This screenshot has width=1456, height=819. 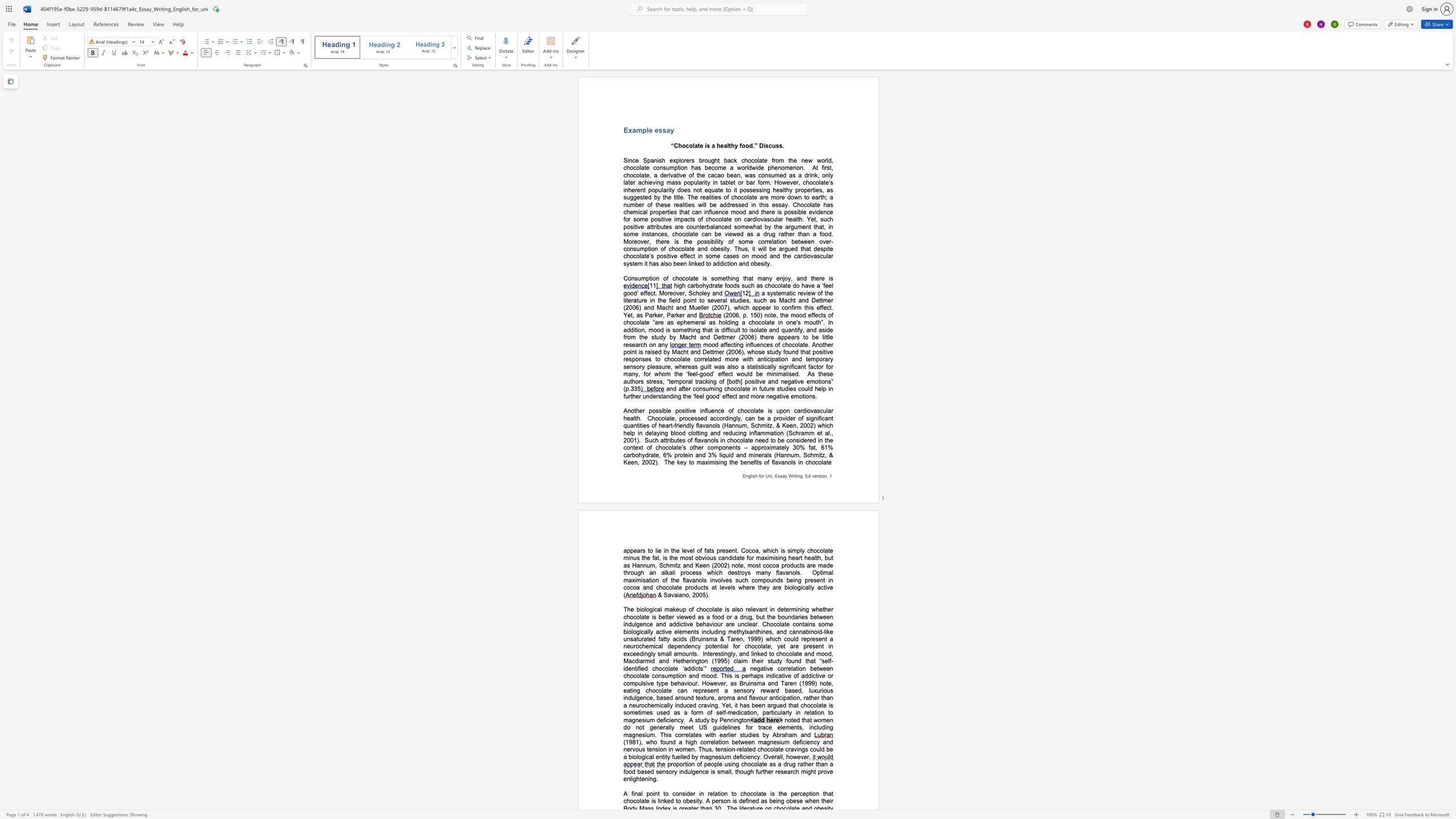 What do you see at coordinates (662, 726) in the screenshot?
I see `the subset text "ral" within the text "generally meet"` at bounding box center [662, 726].